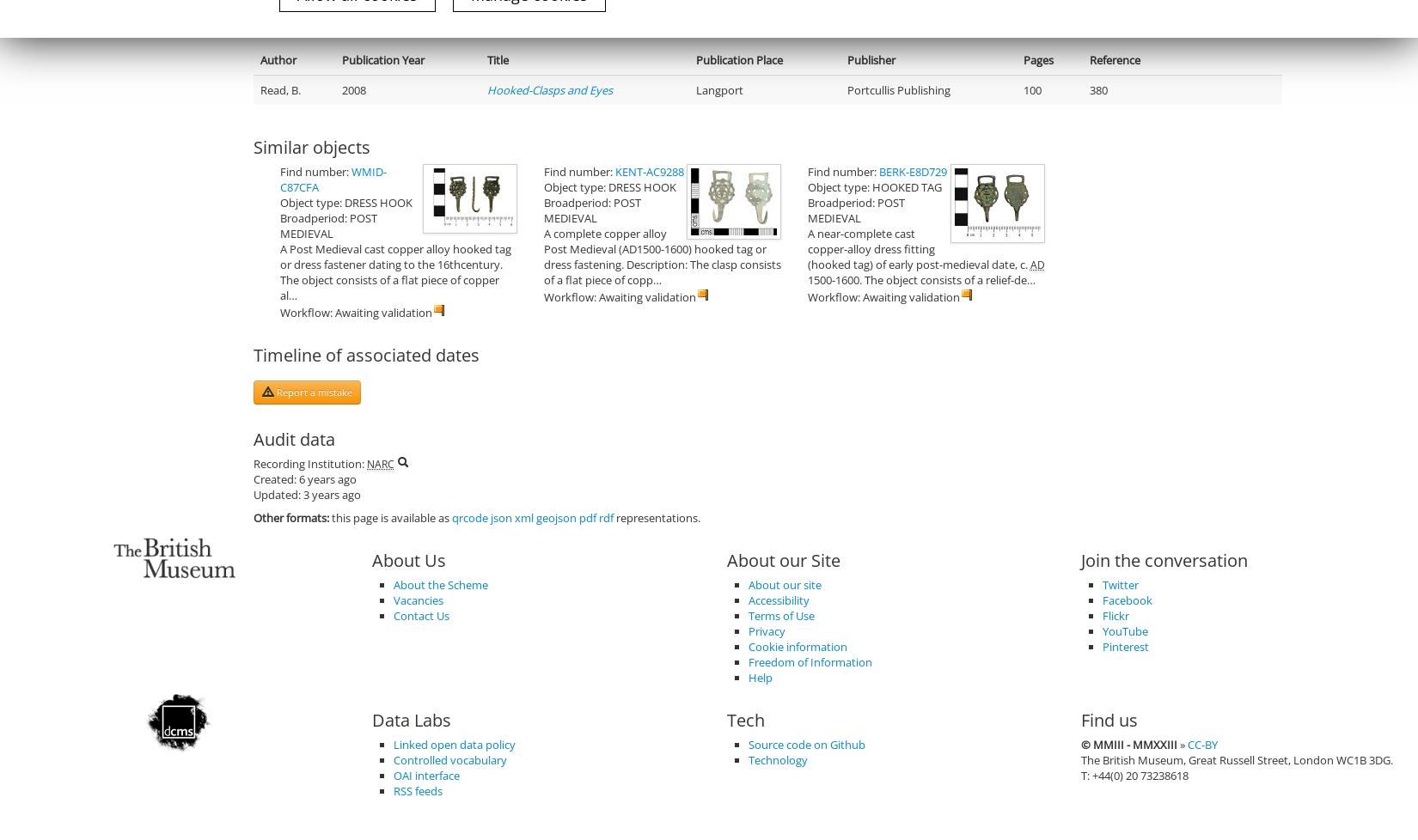 The image size is (1418, 840). I want to click on 'AD', so click(1036, 263).